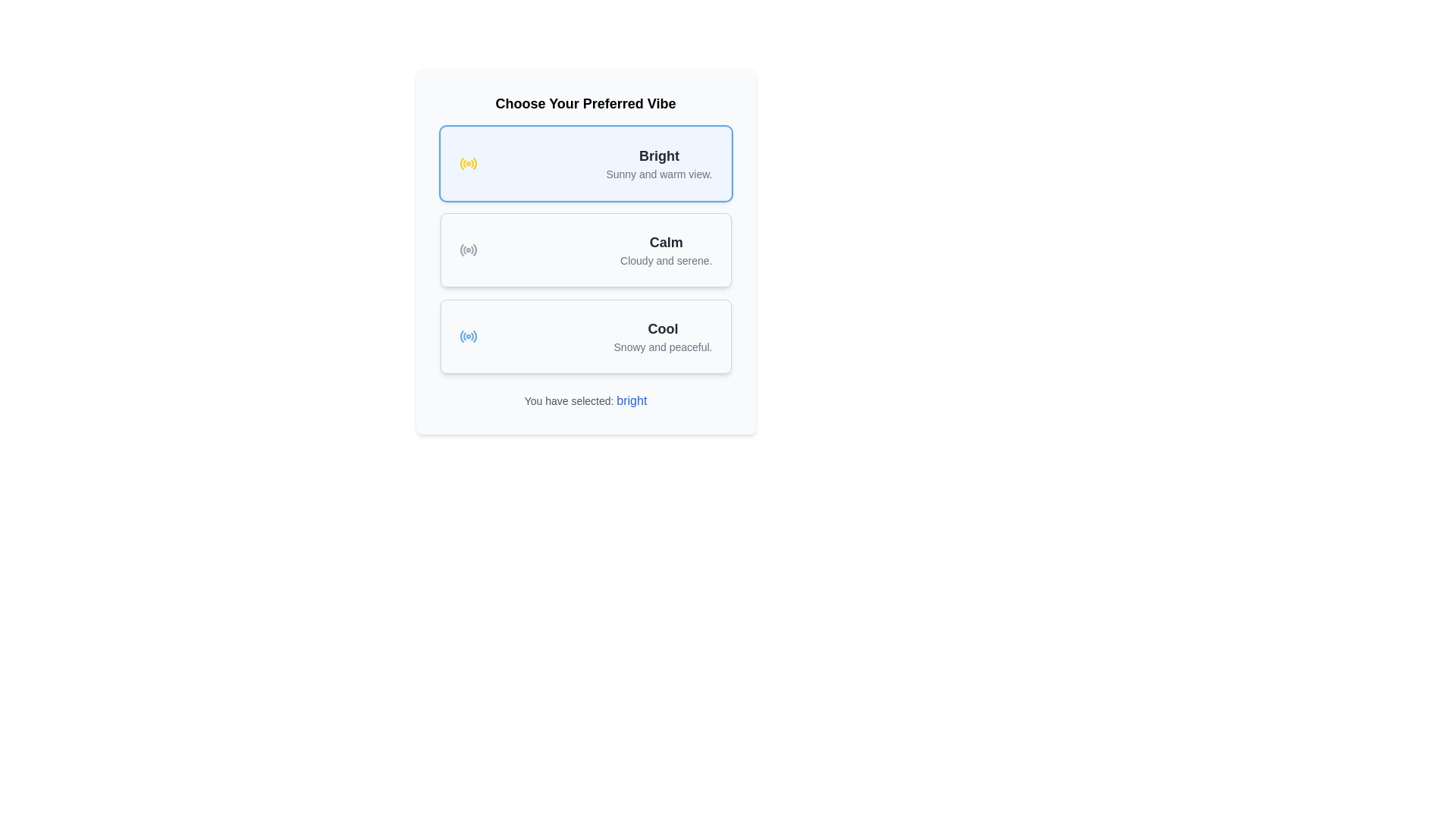  I want to click on the second card in a vertically stacked group of three cards, so click(585, 249).